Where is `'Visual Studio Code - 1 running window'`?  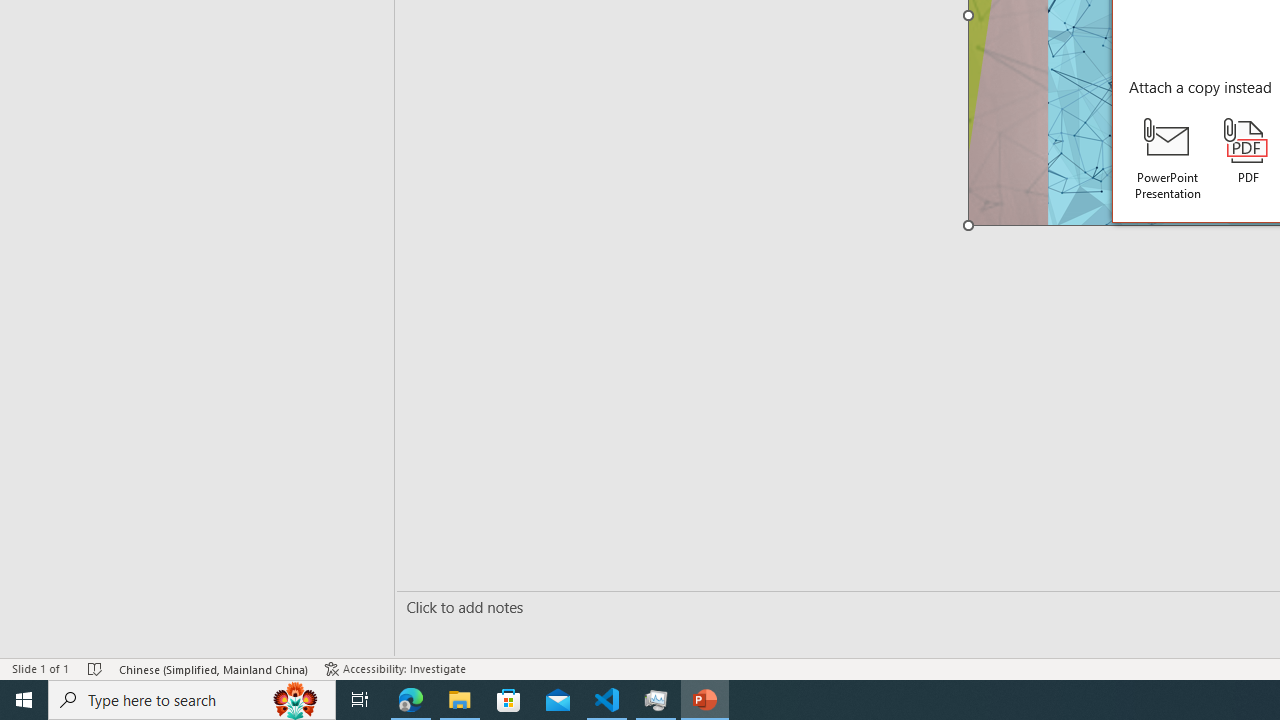
'Visual Studio Code - 1 running window' is located at coordinates (606, 698).